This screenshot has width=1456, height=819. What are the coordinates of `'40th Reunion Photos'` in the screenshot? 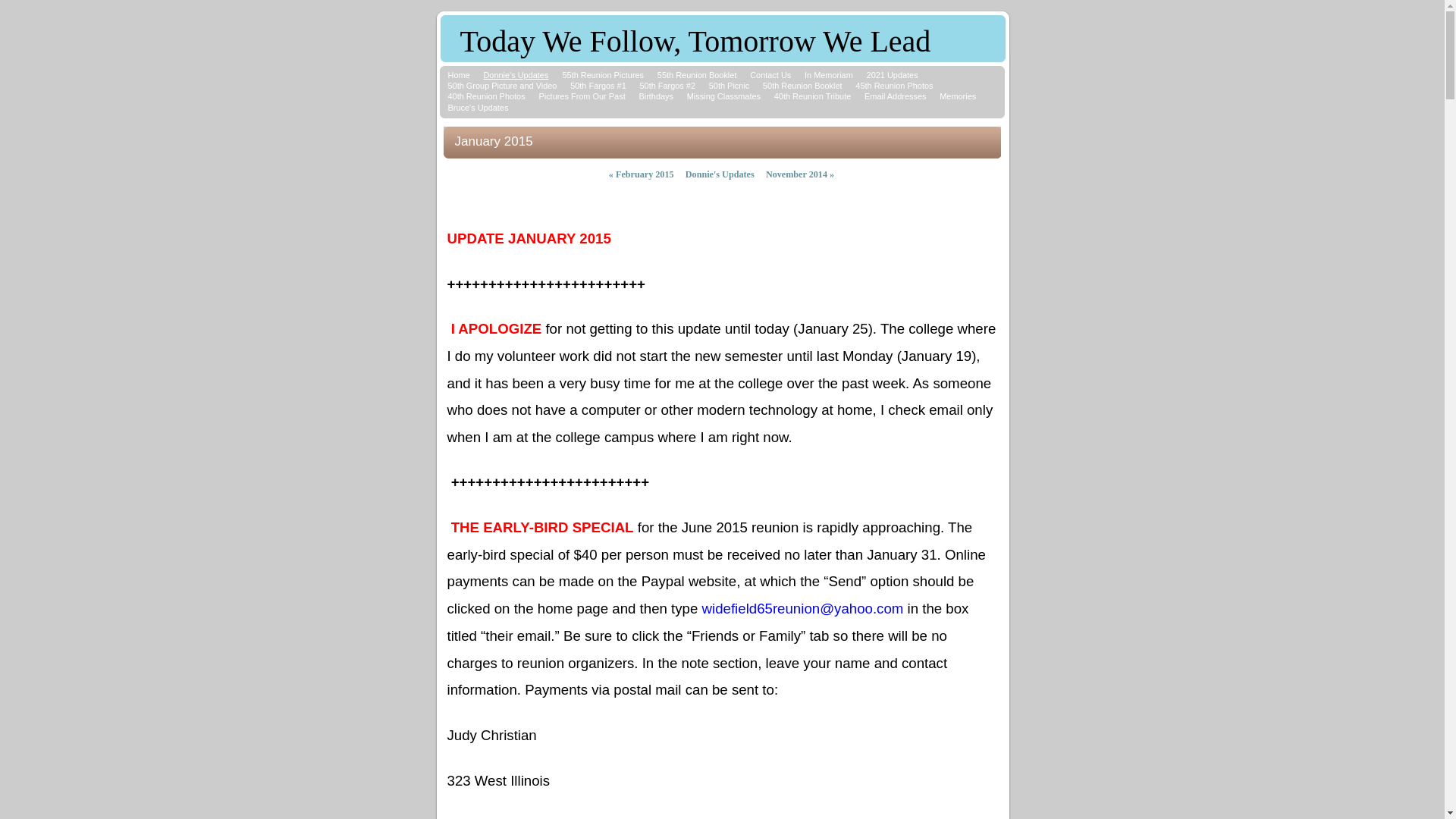 It's located at (486, 96).